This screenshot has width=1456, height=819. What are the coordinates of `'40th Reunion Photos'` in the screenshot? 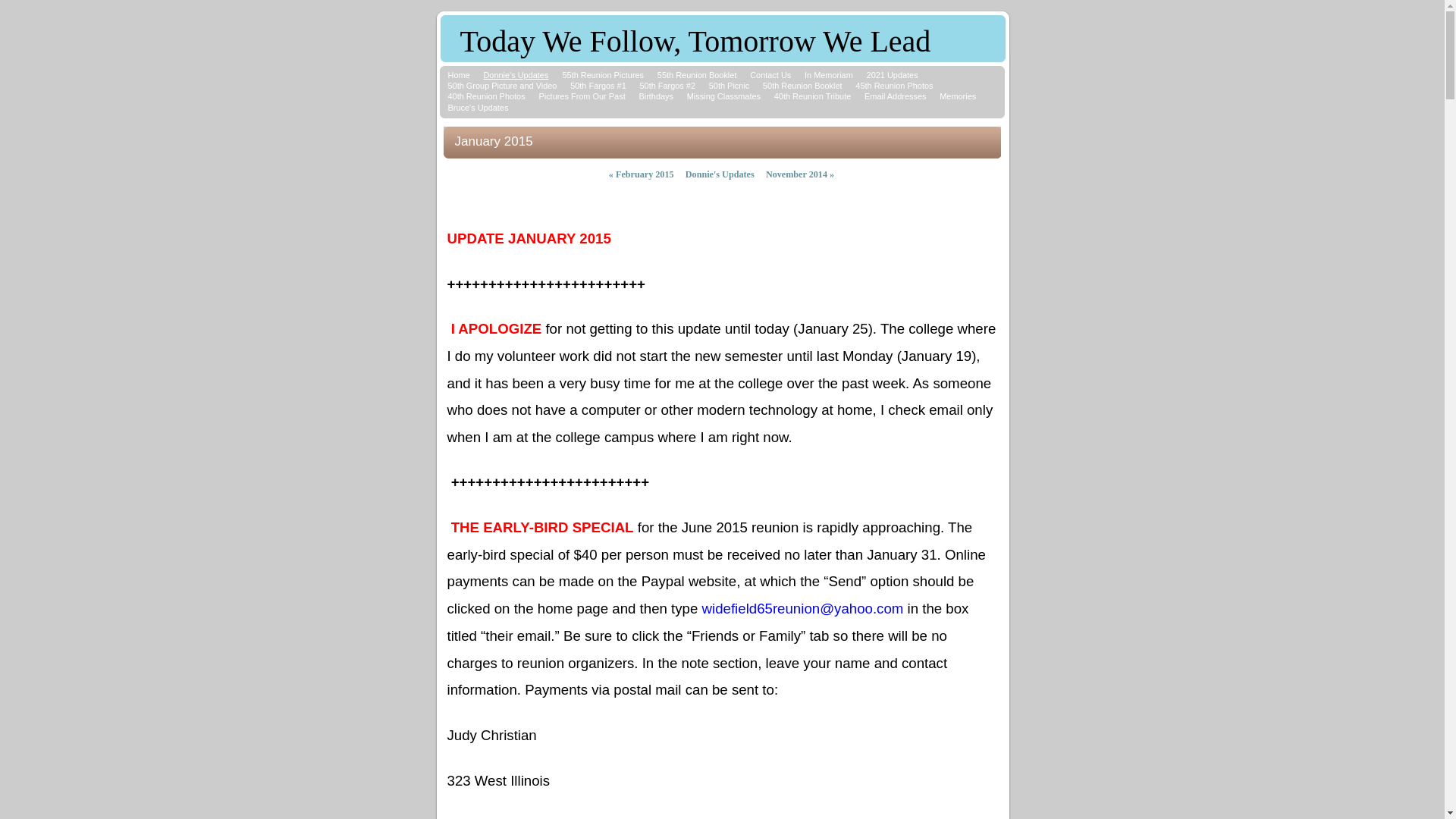 It's located at (486, 96).